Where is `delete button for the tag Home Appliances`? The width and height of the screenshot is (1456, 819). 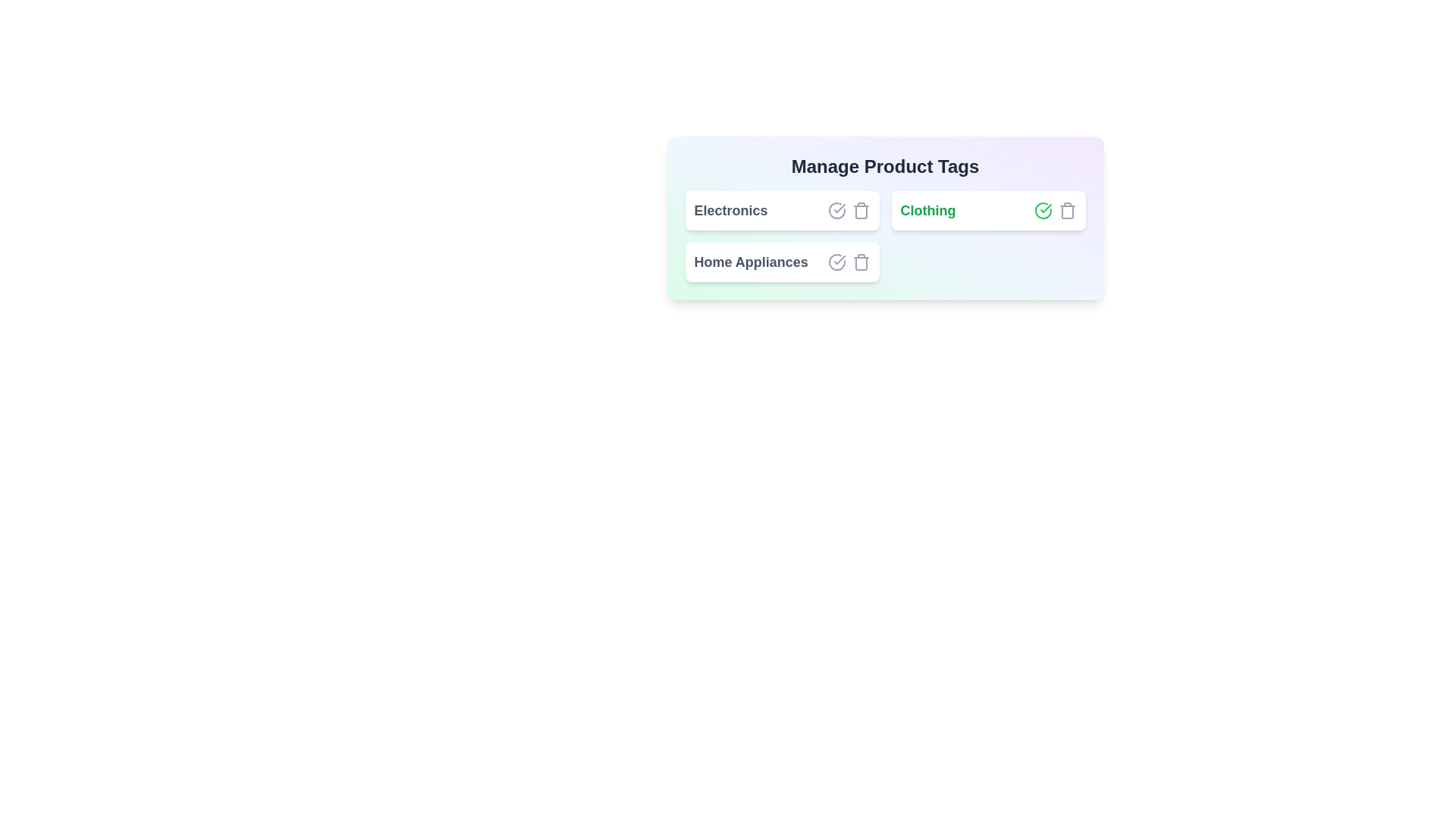 delete button for the tag Home Appliances is located at coordinates (861, 262).